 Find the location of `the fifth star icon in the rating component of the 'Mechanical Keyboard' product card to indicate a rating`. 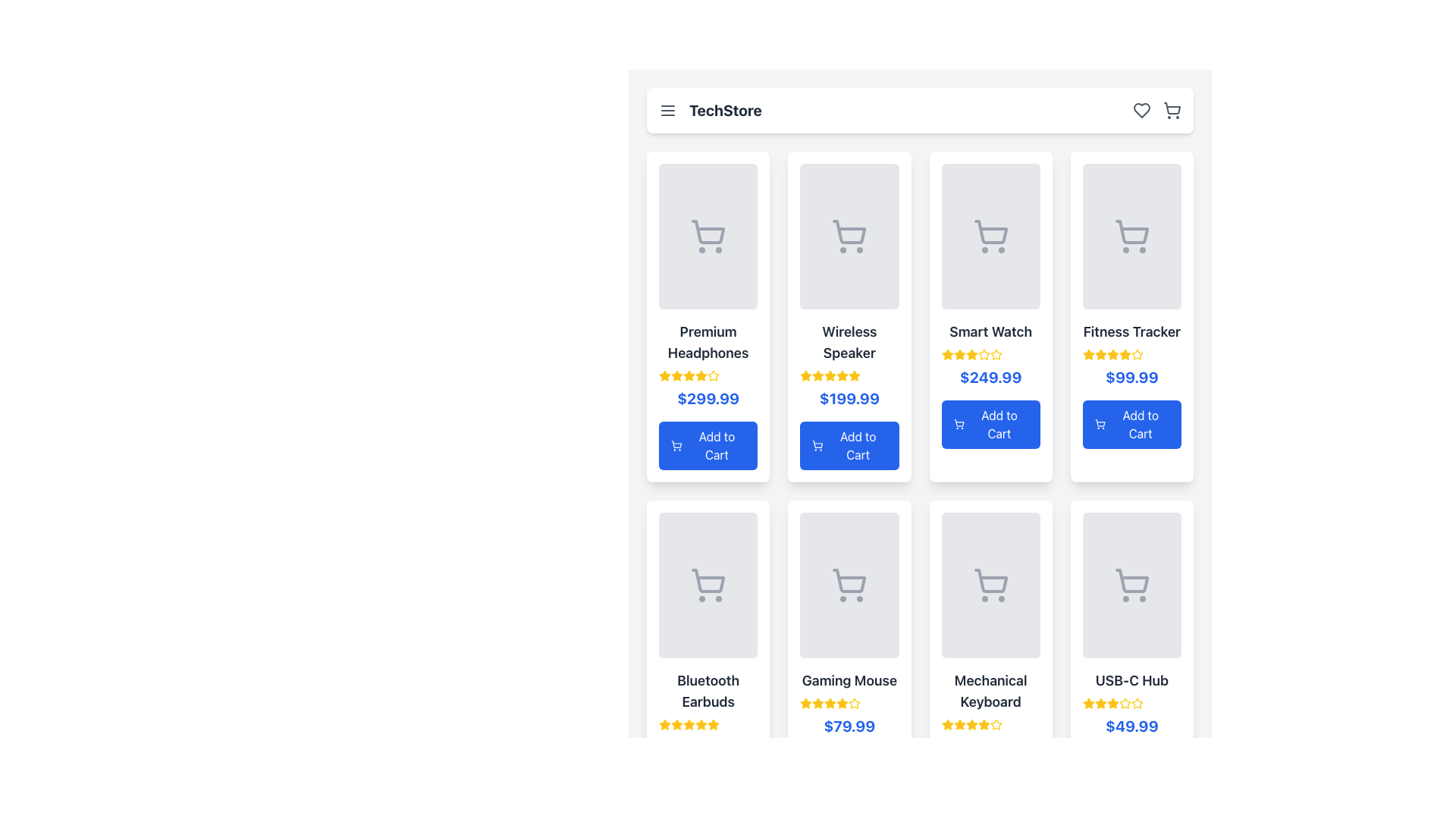

the fifth star icon in the rating component of the 'Mechanical Keyboard' product card to indicate a rating is located at coordinates (984, 724).